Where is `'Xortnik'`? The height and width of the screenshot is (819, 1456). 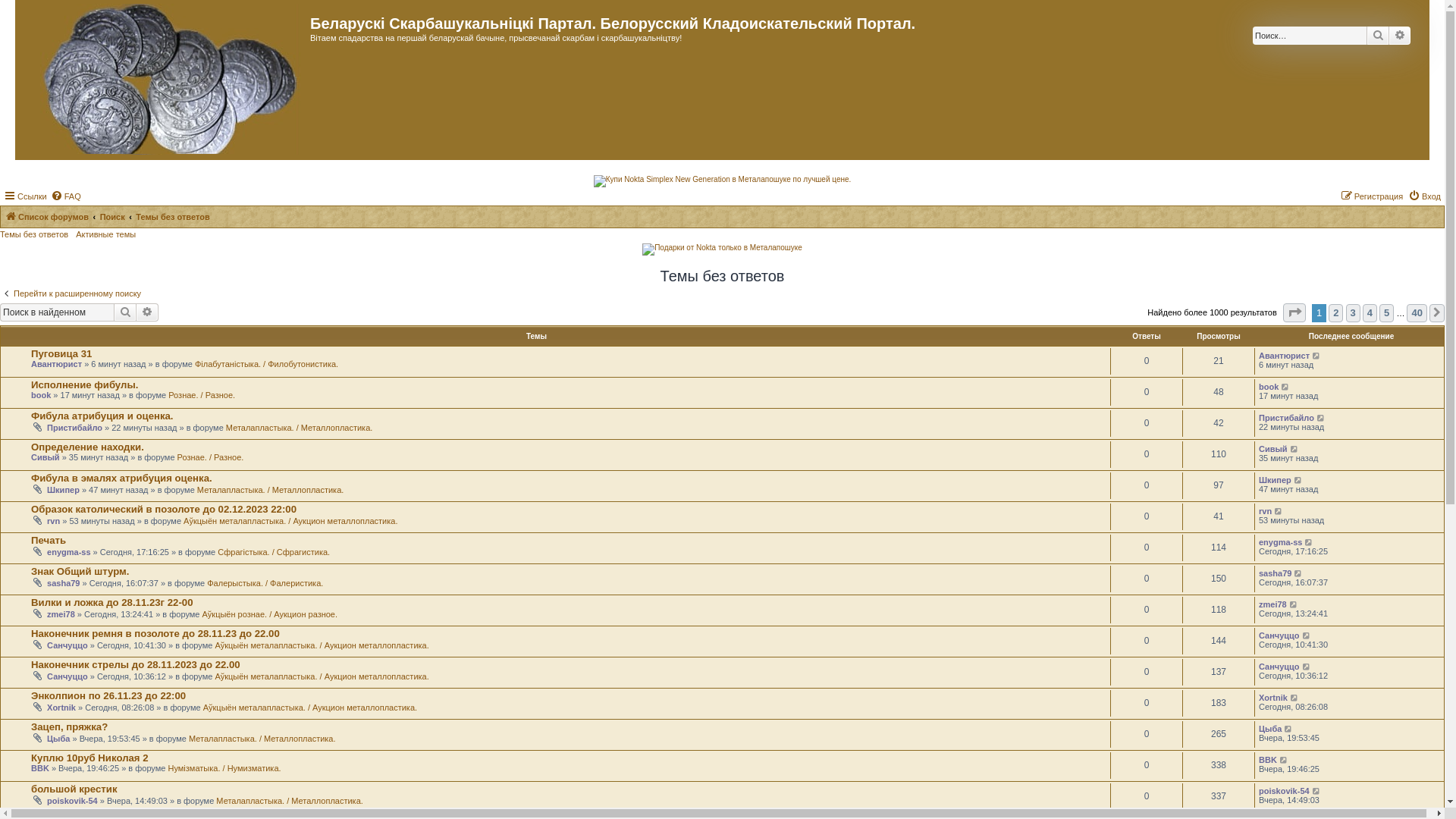
'Xortnik' is located at coordinates (47, 708).